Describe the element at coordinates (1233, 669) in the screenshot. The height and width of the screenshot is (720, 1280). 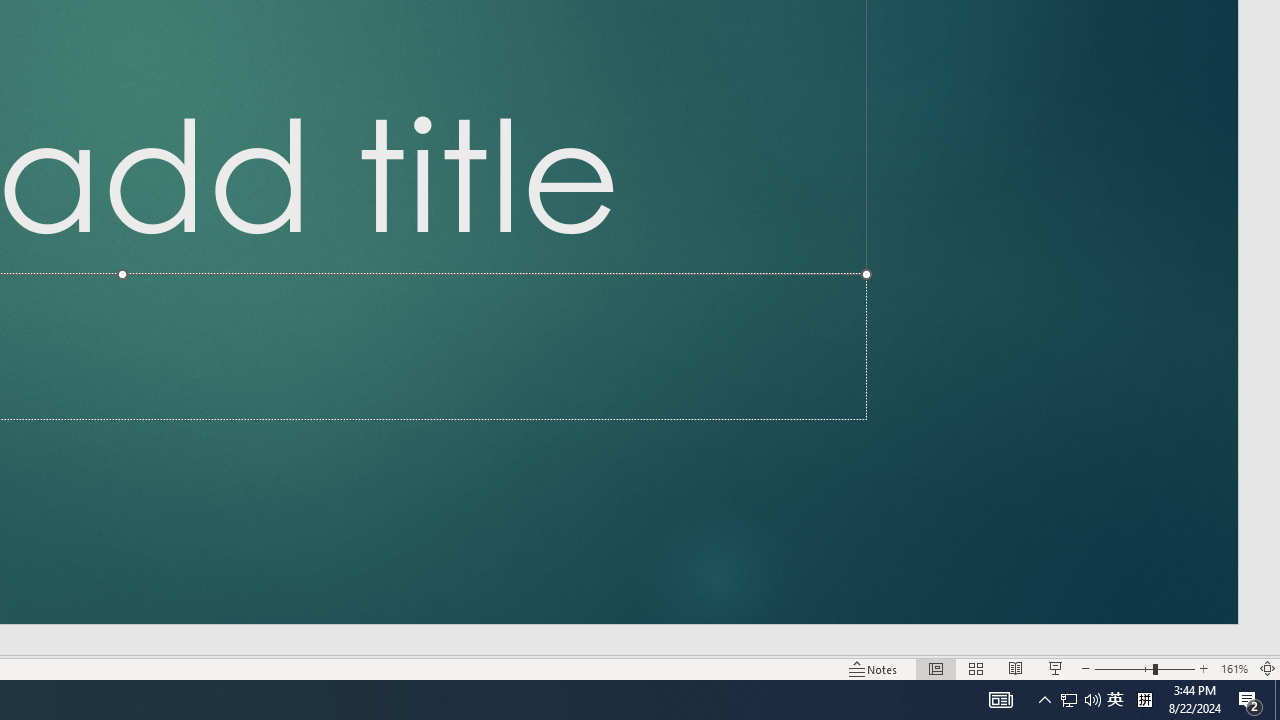
I see `'Zoom 161%'` at that location.